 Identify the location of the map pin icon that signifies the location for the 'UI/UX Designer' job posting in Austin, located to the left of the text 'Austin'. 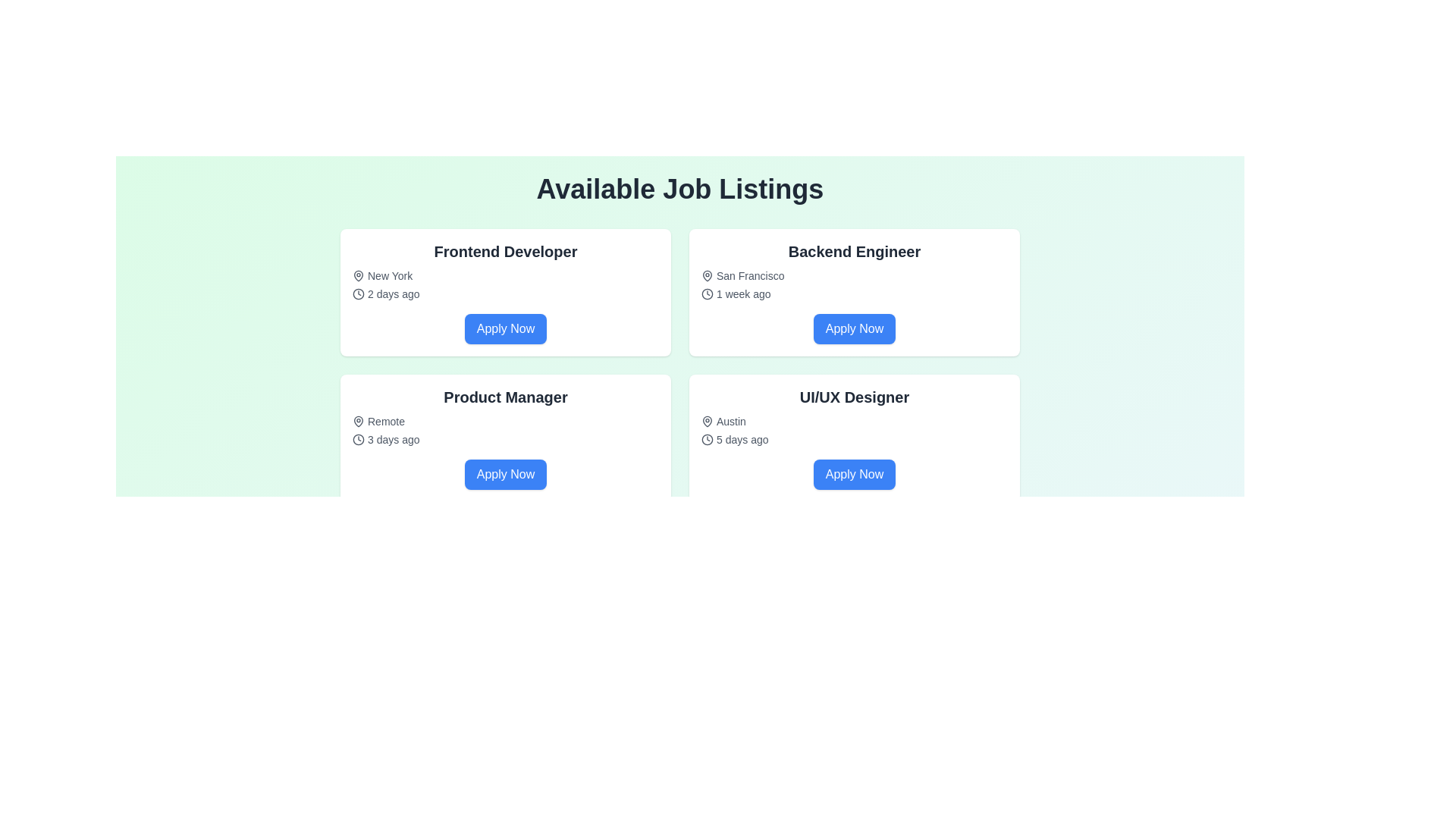
(706, 421).